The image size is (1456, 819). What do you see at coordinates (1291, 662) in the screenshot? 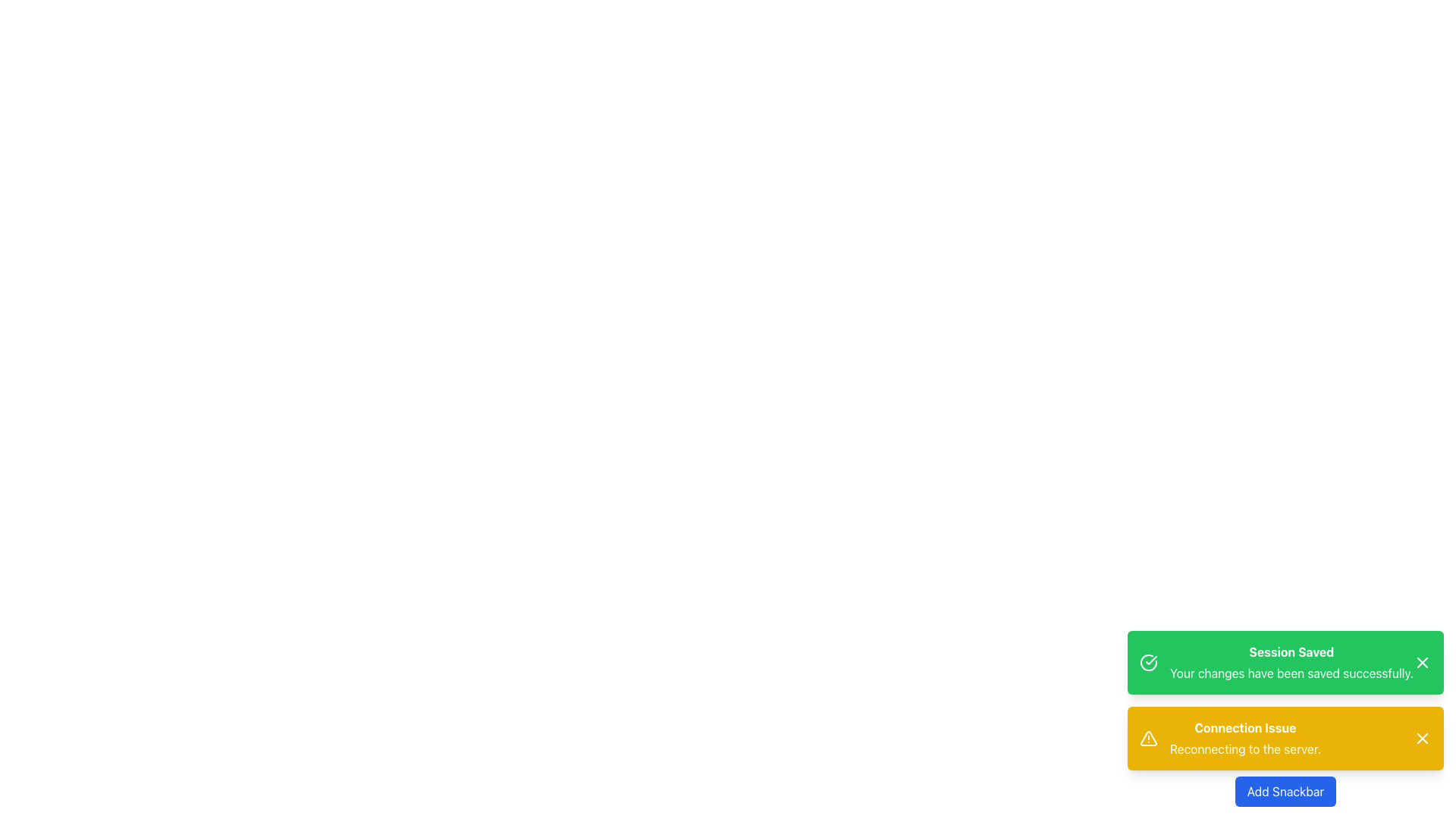
I see `the 'Session Saved' text label which is part of a green message box indicating a successful save notification` at bounding box center [1291, 662].